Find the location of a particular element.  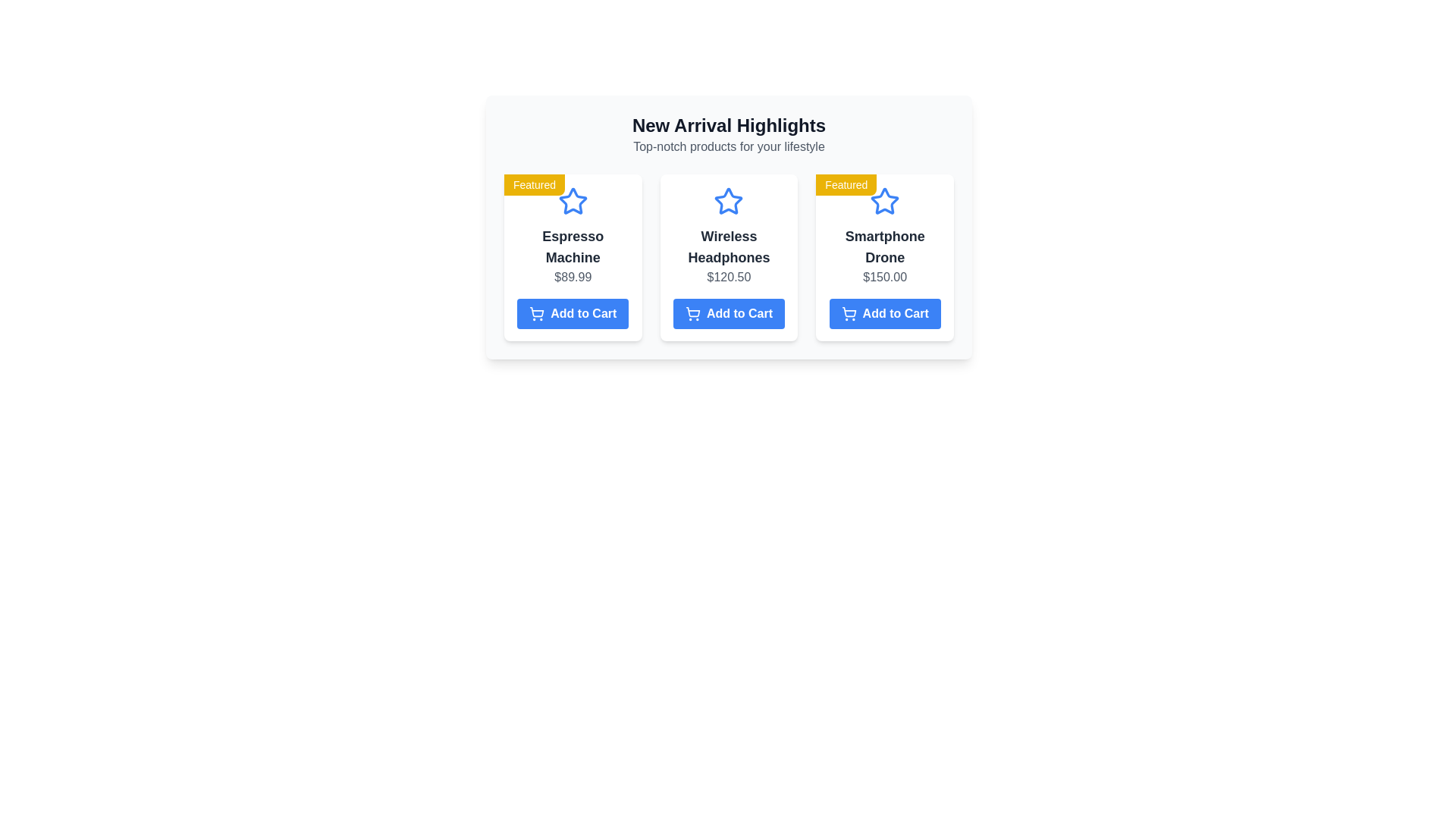

the text label displaying the price '$89.99' located in the first product card, which is below the 'Espresso Machine' text and above the 'Add to Cart' button is located at coordinates (572, 278).